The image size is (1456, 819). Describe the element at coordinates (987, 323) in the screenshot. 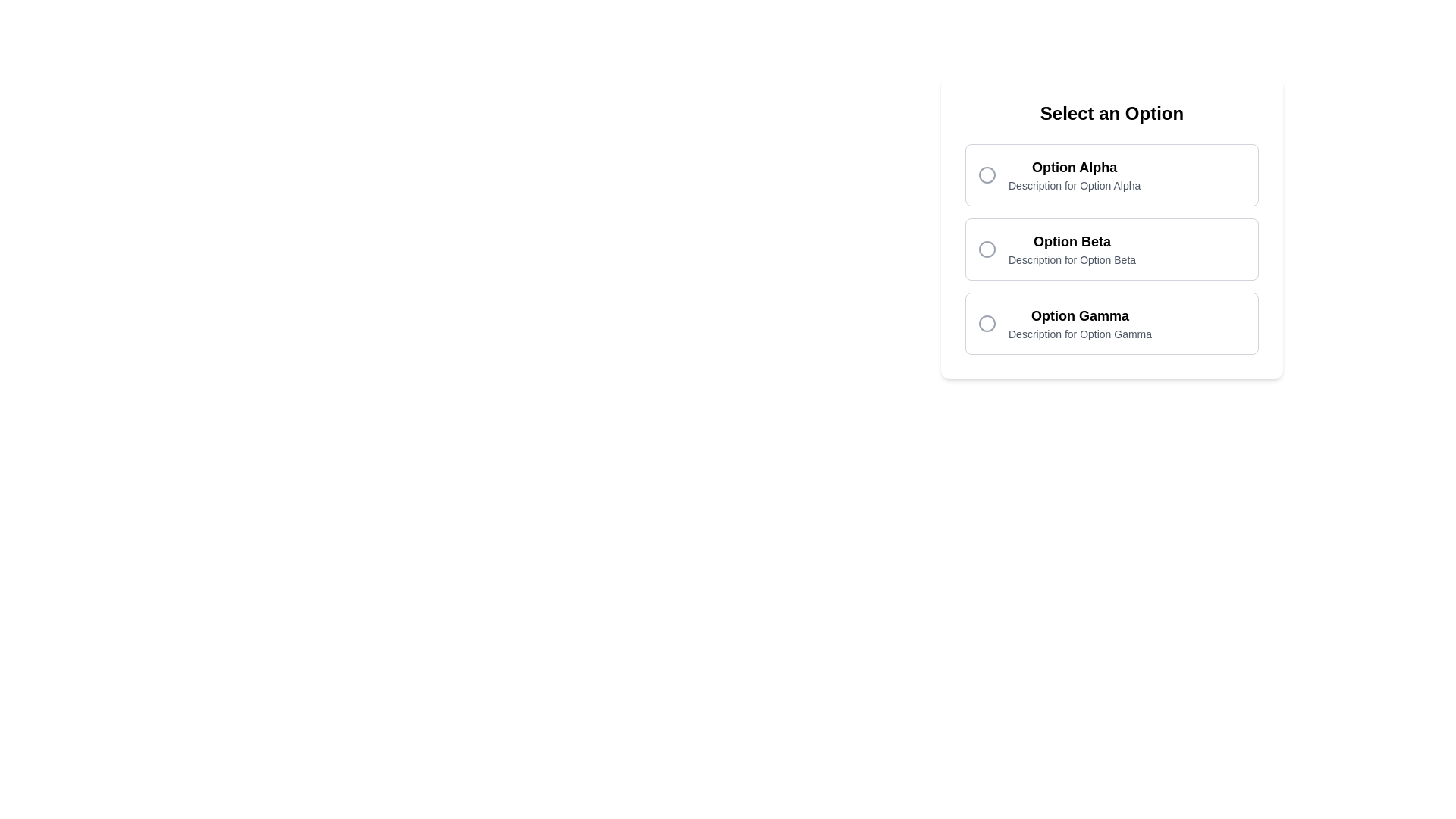

I see `the circular option icon for 'Option Gamma', which is styled with a gray stroke and has a radius of 10 units` at that location.